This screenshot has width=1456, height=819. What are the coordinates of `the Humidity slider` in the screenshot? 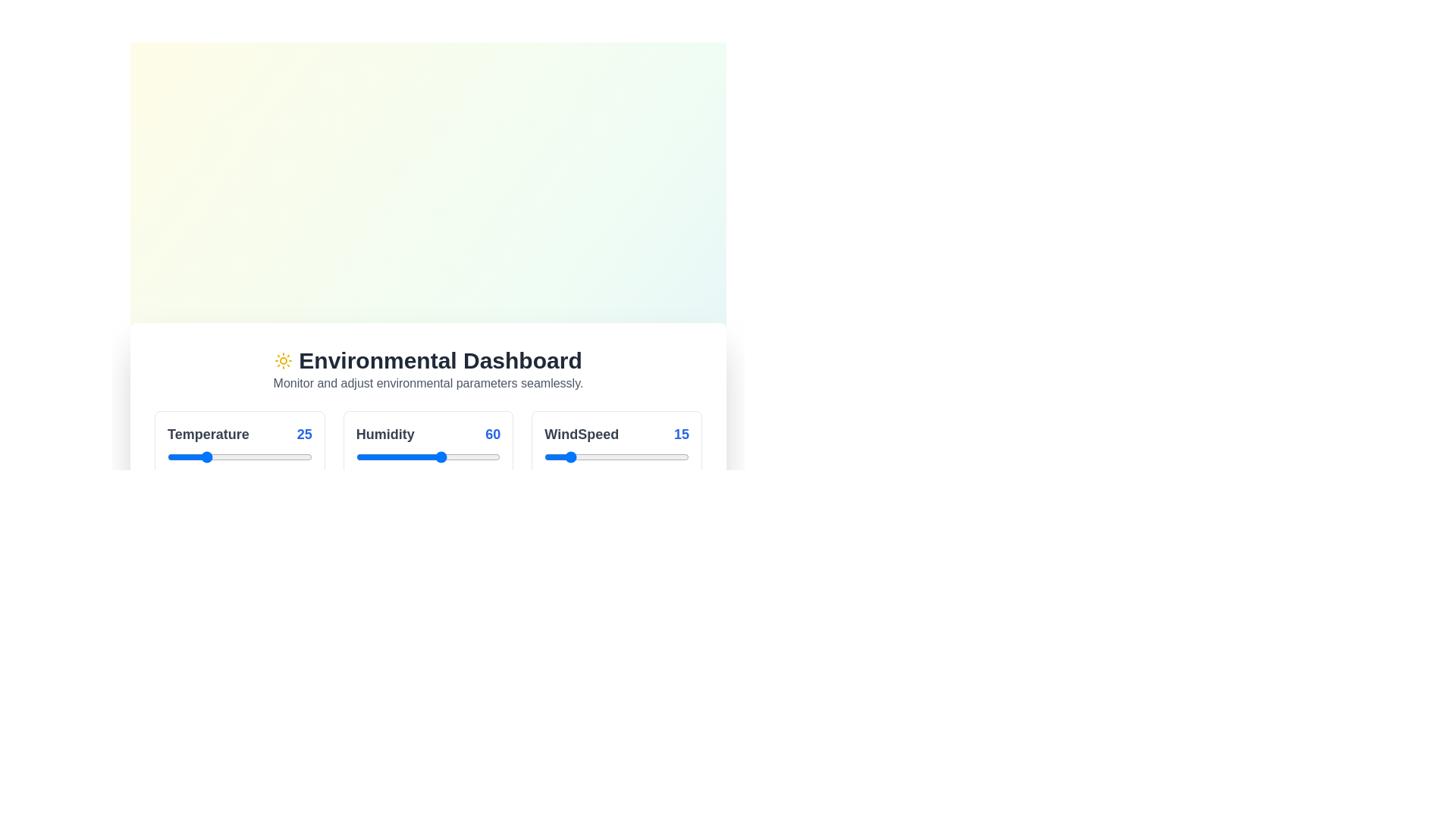 It's located at (455, 456).